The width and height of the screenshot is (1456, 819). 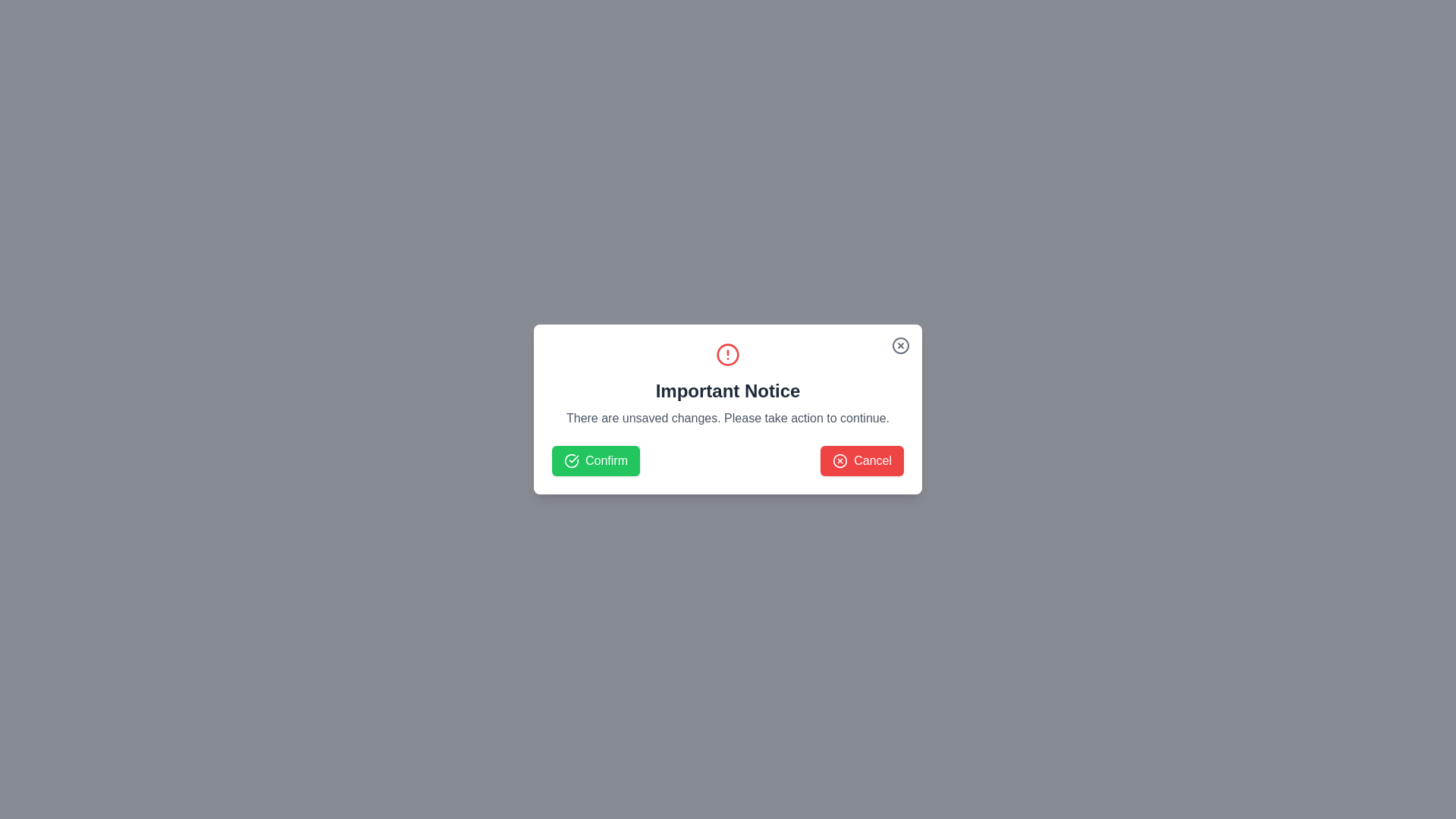 What do you see at coordinates (839, 460) in the screenshot?
I see `the cancel icon located on the red 'Cancel' button, positioned to the left of the 'Cancel' text, which is part of a confirmation dialog box` at bounding box center [839, 460].